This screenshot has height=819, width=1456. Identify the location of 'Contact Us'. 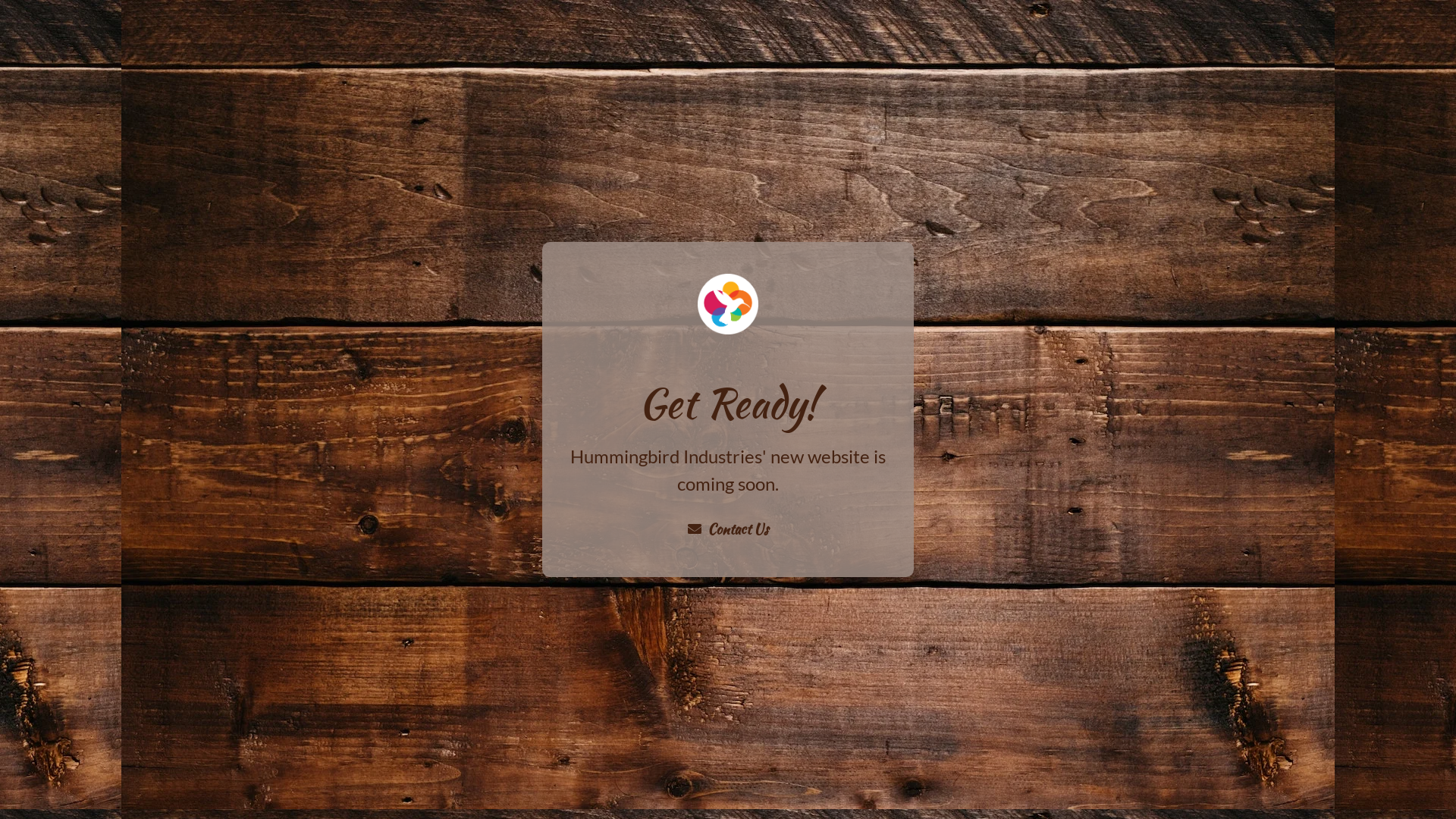
(728, 528).